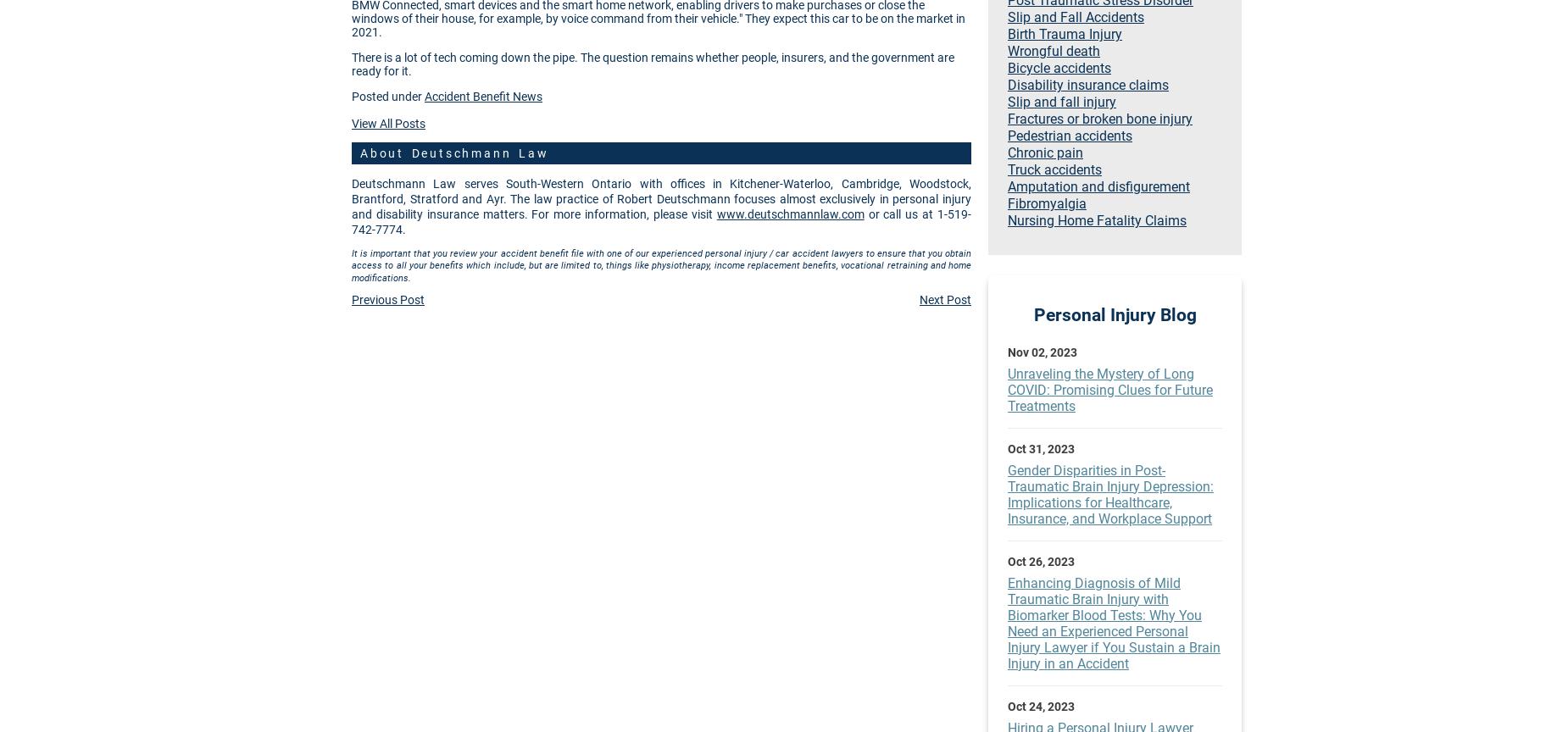  What do you see at coordinates (1044, 152) in the screenshot?
I see `'Chronic pain'` at bounding box center [1044, 152].